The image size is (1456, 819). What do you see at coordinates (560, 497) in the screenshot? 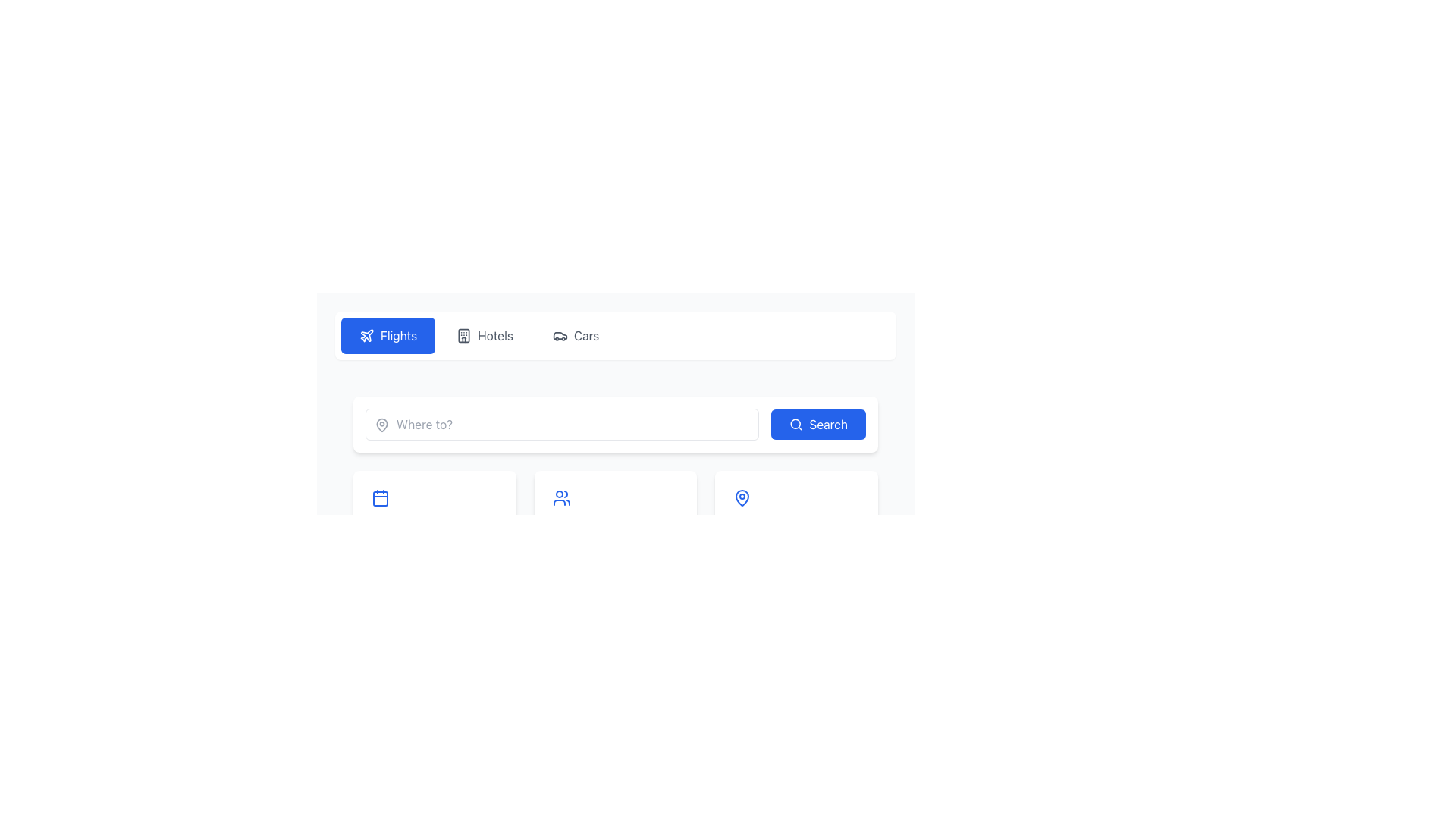
I see `the group icon depicting stylized silhouettes of people, which is located in the 'Group Booking' card layout at the top-left, above the text 'Special rates for 9+ travelers'` at bounding box center [560, 497].